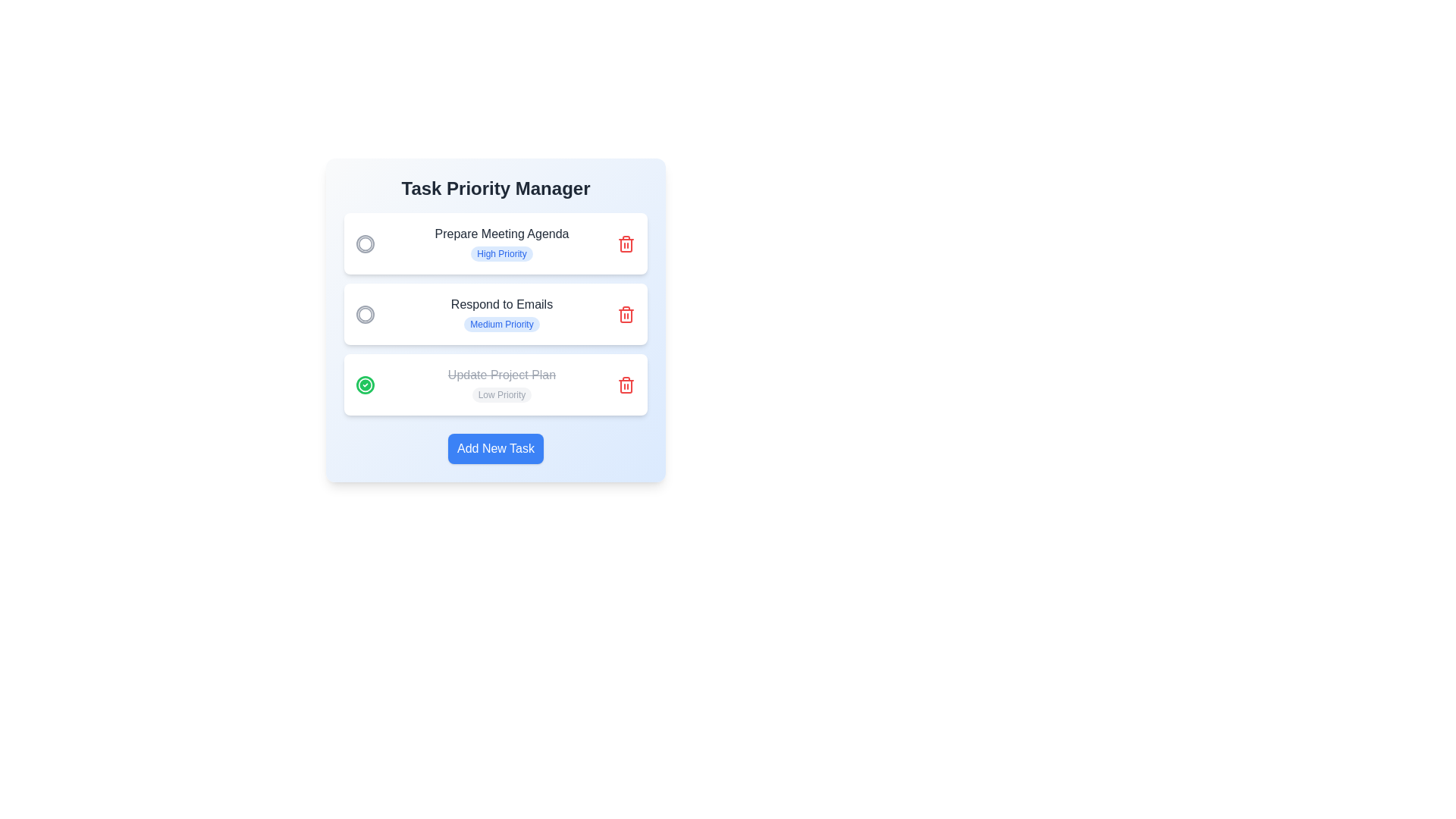 The image size is (1456, 819). I want to click on the first text label, so click(502, 234).